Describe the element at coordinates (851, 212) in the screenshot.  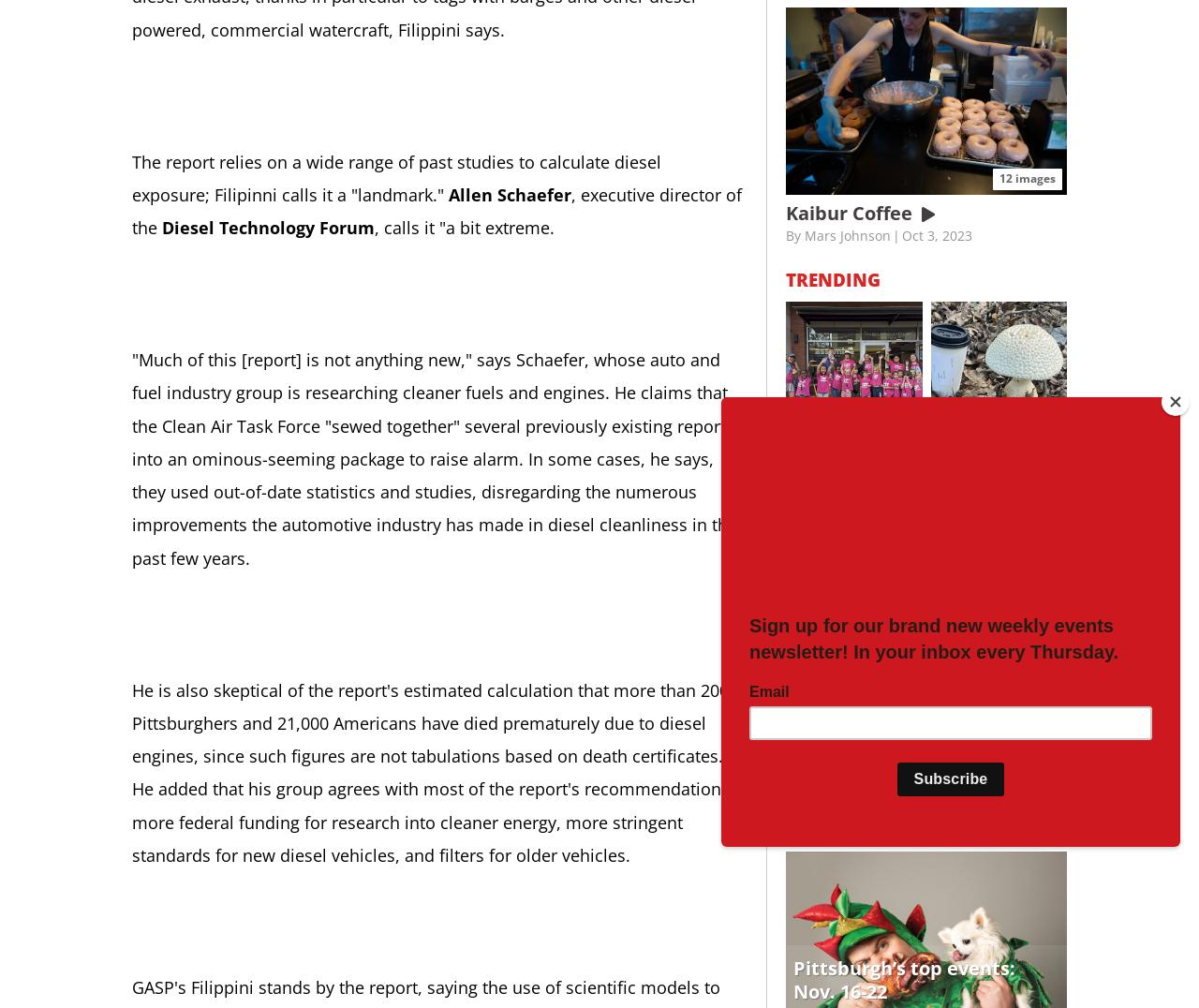
I see `'Kaibur Coffee'` at that location.